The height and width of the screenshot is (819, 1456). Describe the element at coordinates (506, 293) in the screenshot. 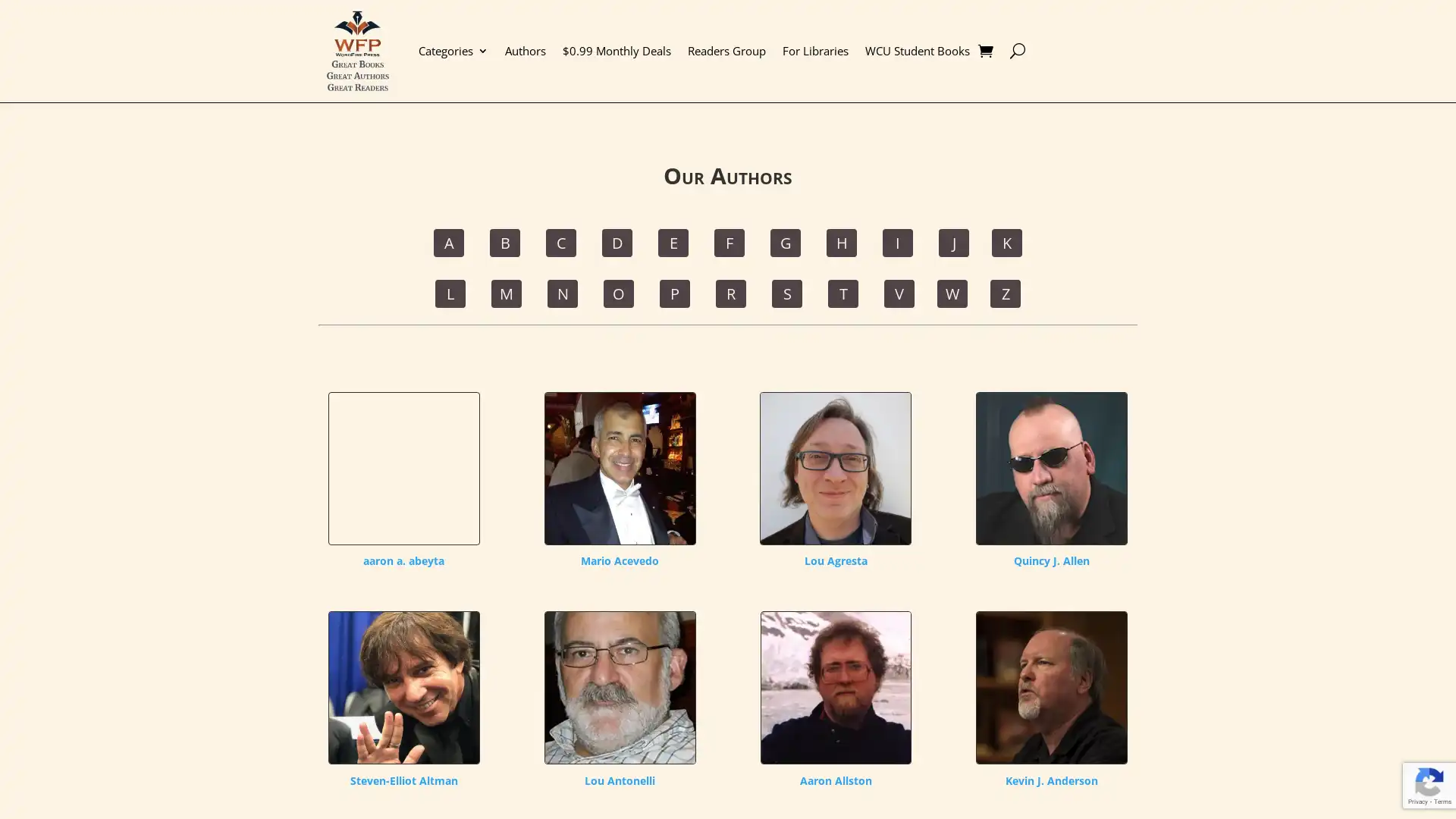

I see `M` at that location.